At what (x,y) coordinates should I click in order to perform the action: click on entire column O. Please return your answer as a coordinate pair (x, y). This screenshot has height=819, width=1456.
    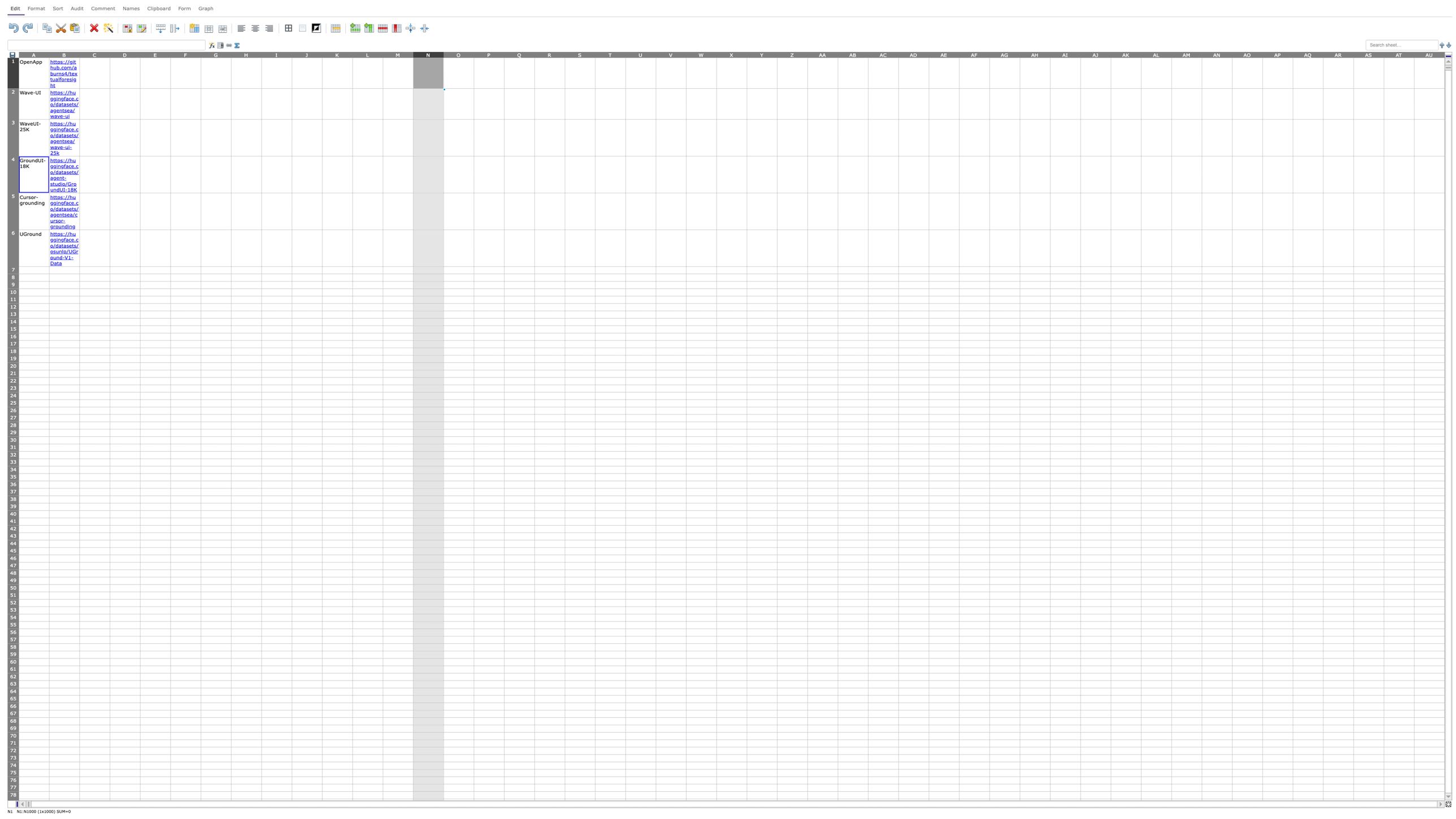
    Looking at the image, I should click on (458, 54).